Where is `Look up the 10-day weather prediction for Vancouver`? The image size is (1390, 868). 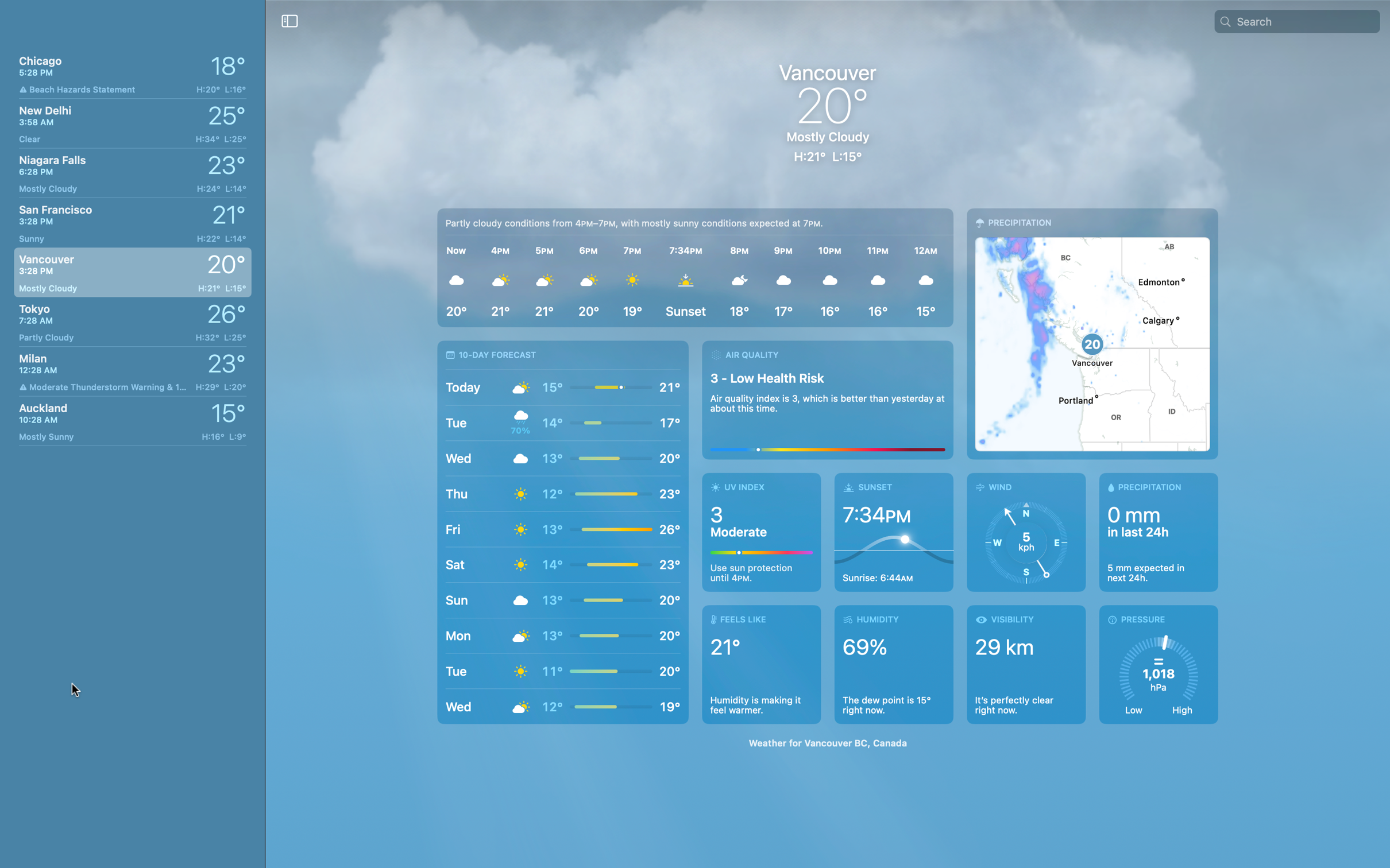 Look up the 10-day weather prediction for Vancouver is located at coordinates (562, 532).